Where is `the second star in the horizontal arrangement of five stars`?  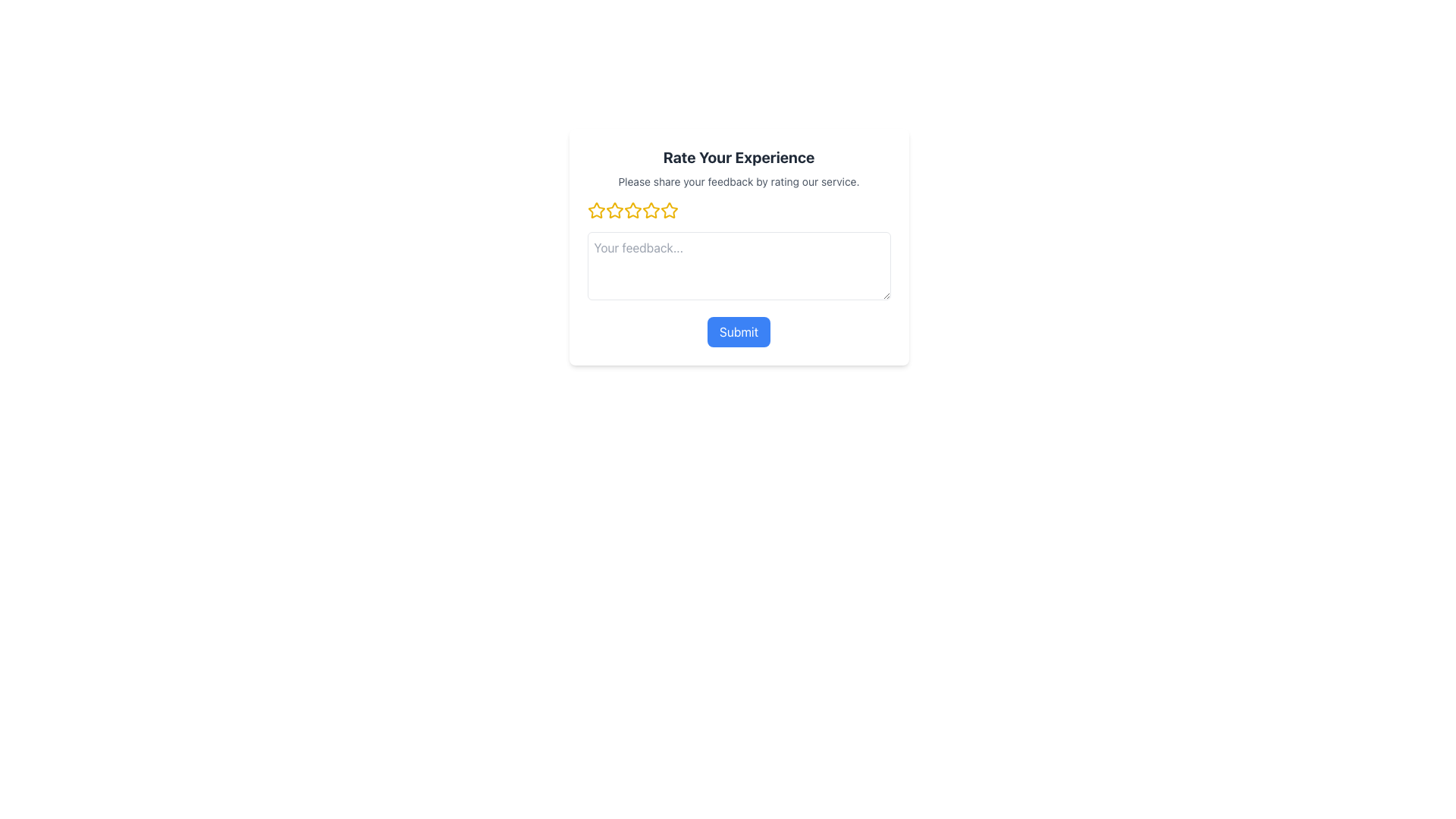
the second star in the horizontal arrangement of five stars is located at coordinates (614, 210).